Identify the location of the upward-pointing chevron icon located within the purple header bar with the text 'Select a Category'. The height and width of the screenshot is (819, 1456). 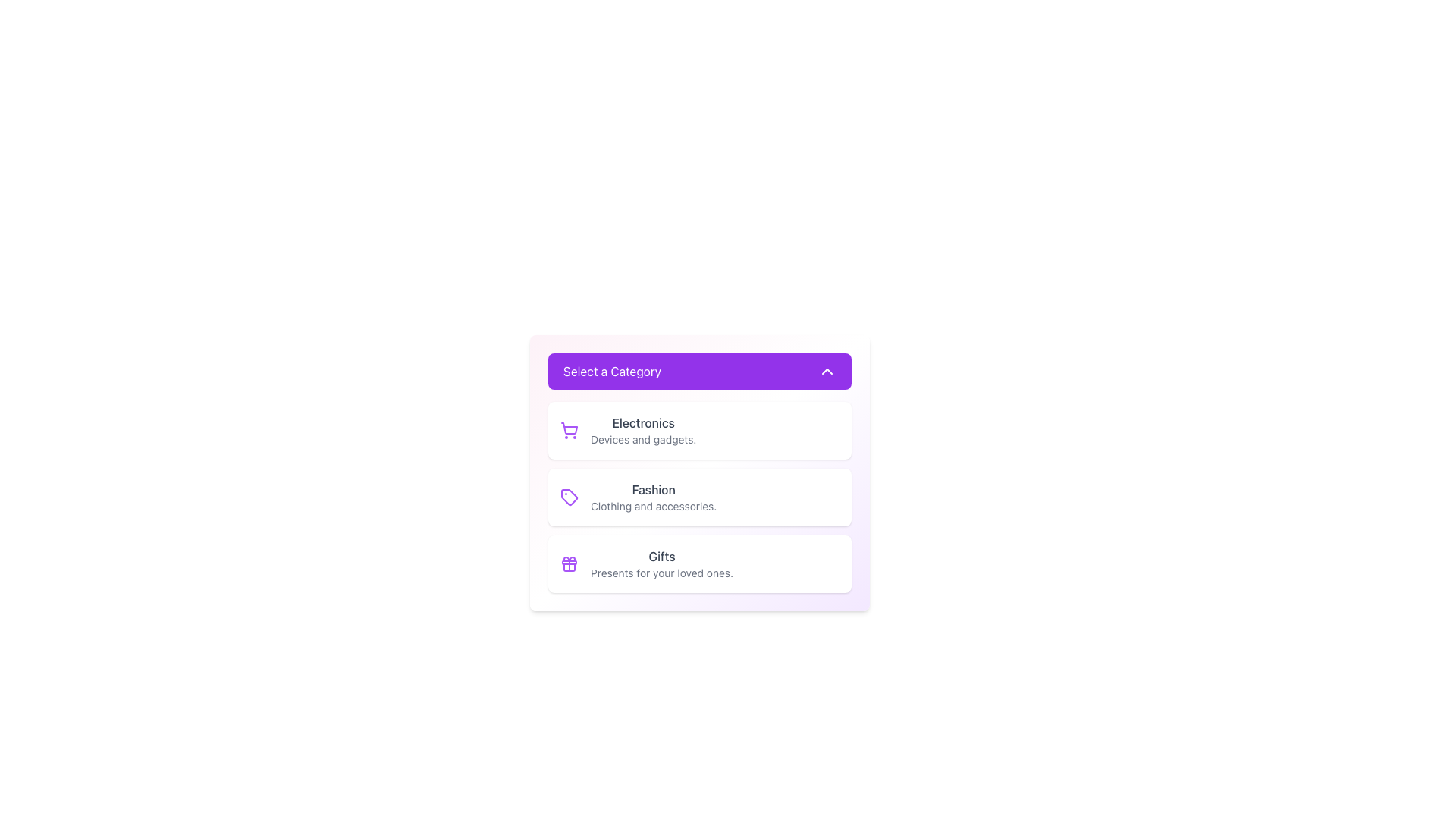
(826, 371).